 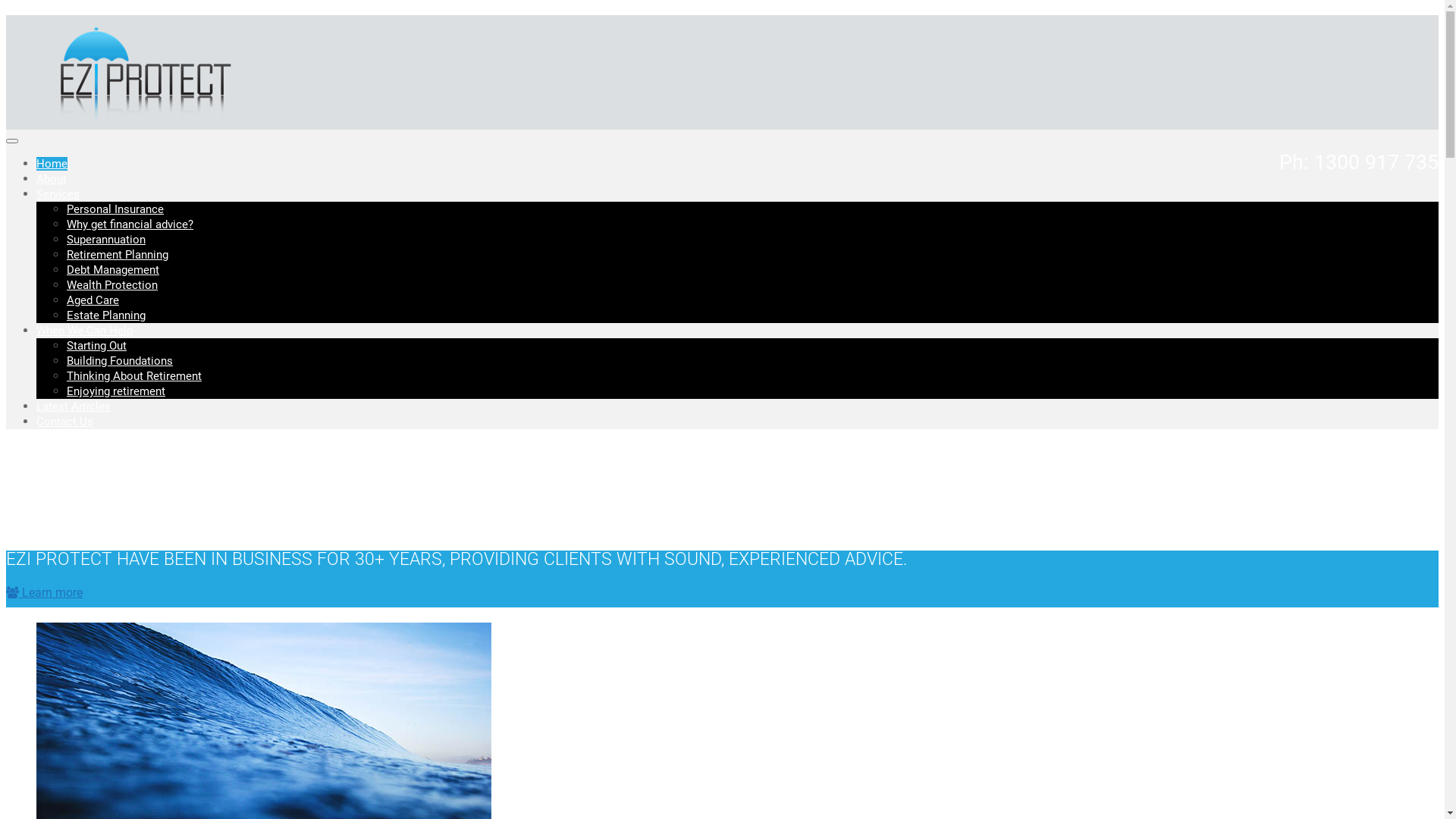 What do you see at coordinates (44, 591) in the screenshot?
I see `'Learn more'` at bounding box center [44, 591].